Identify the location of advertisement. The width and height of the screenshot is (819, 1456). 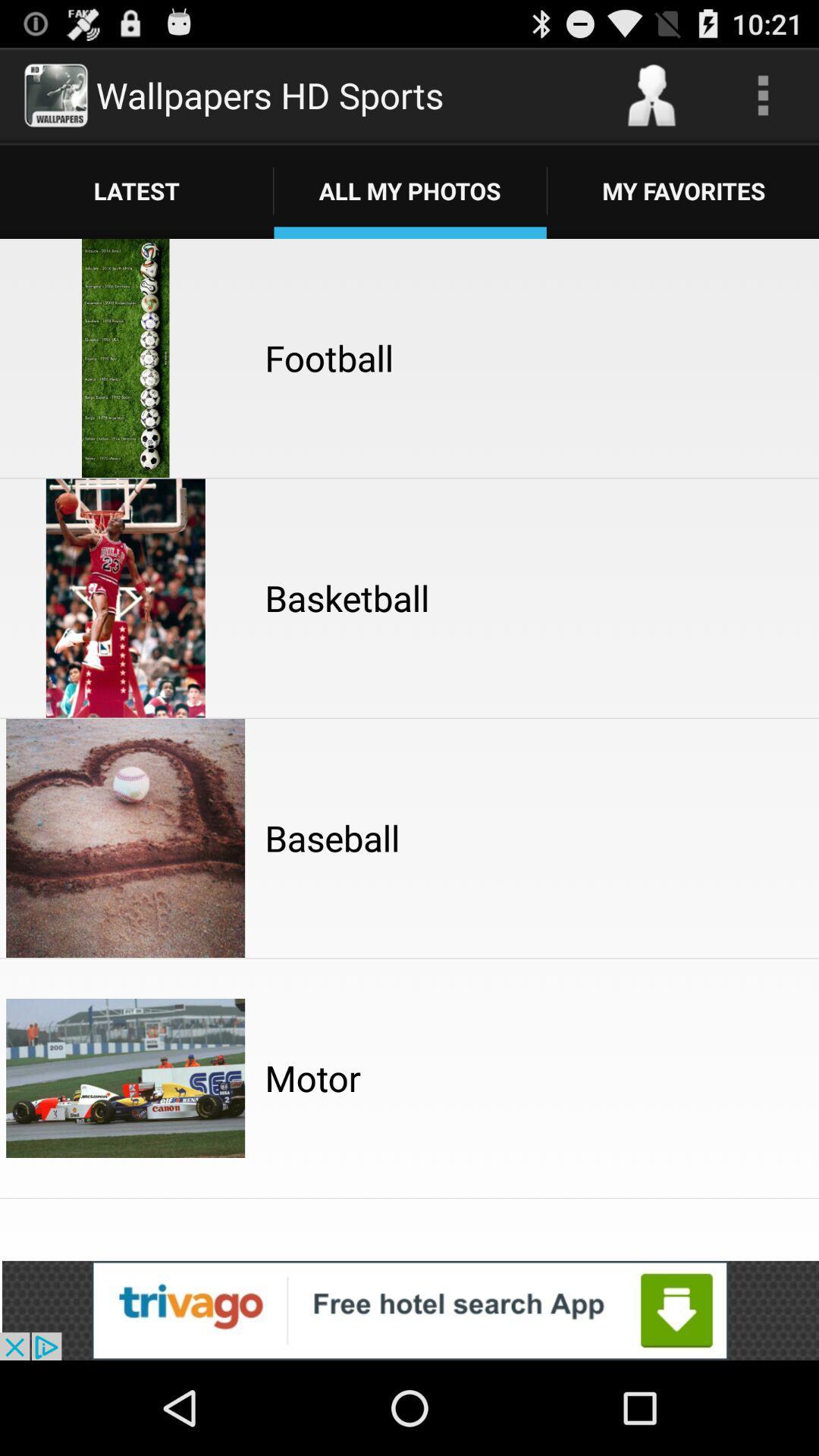
(409, 1310).